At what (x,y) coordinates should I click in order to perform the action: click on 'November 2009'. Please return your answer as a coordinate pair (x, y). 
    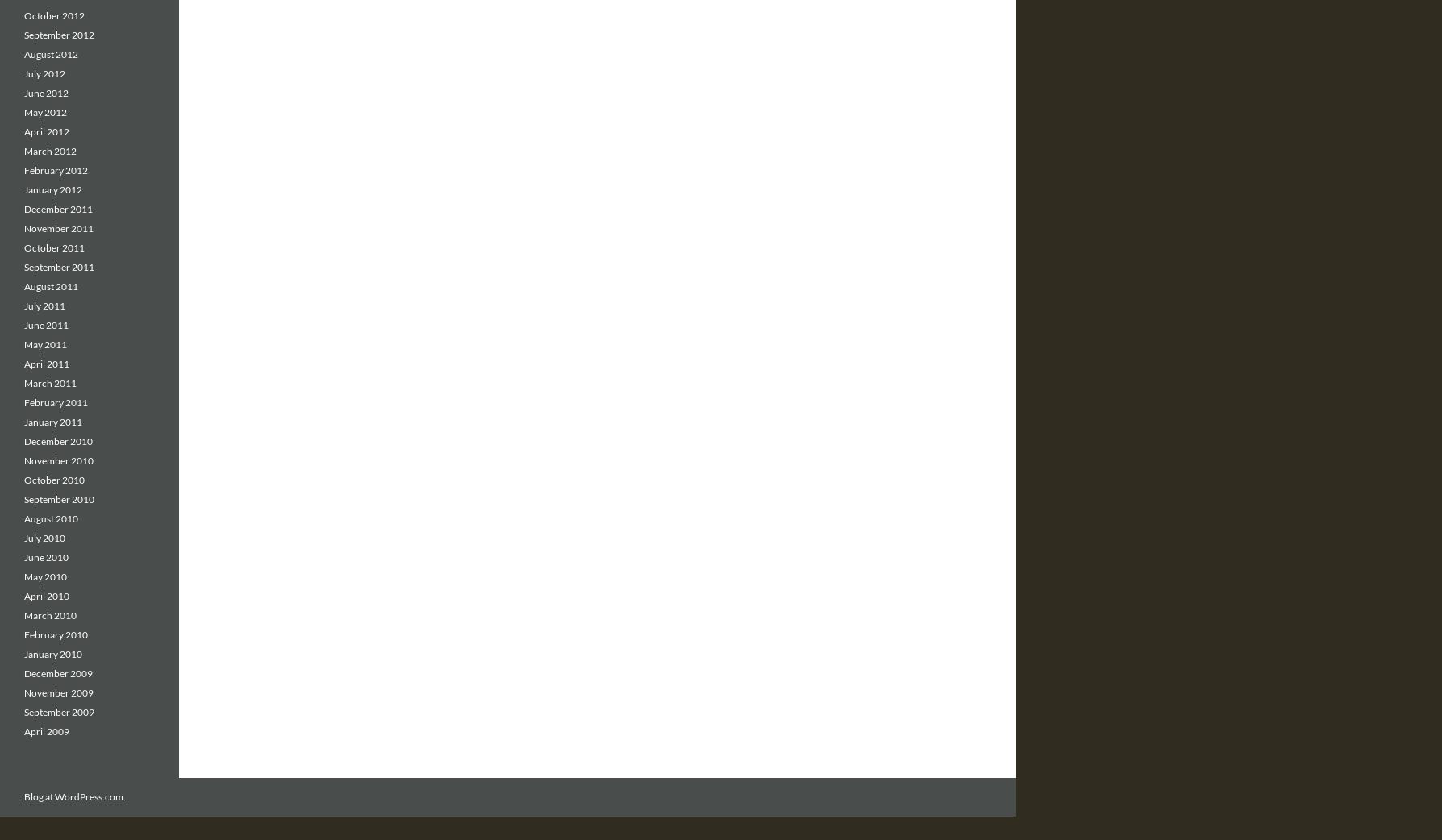
    Looking at the image, I should click on (24, 692).